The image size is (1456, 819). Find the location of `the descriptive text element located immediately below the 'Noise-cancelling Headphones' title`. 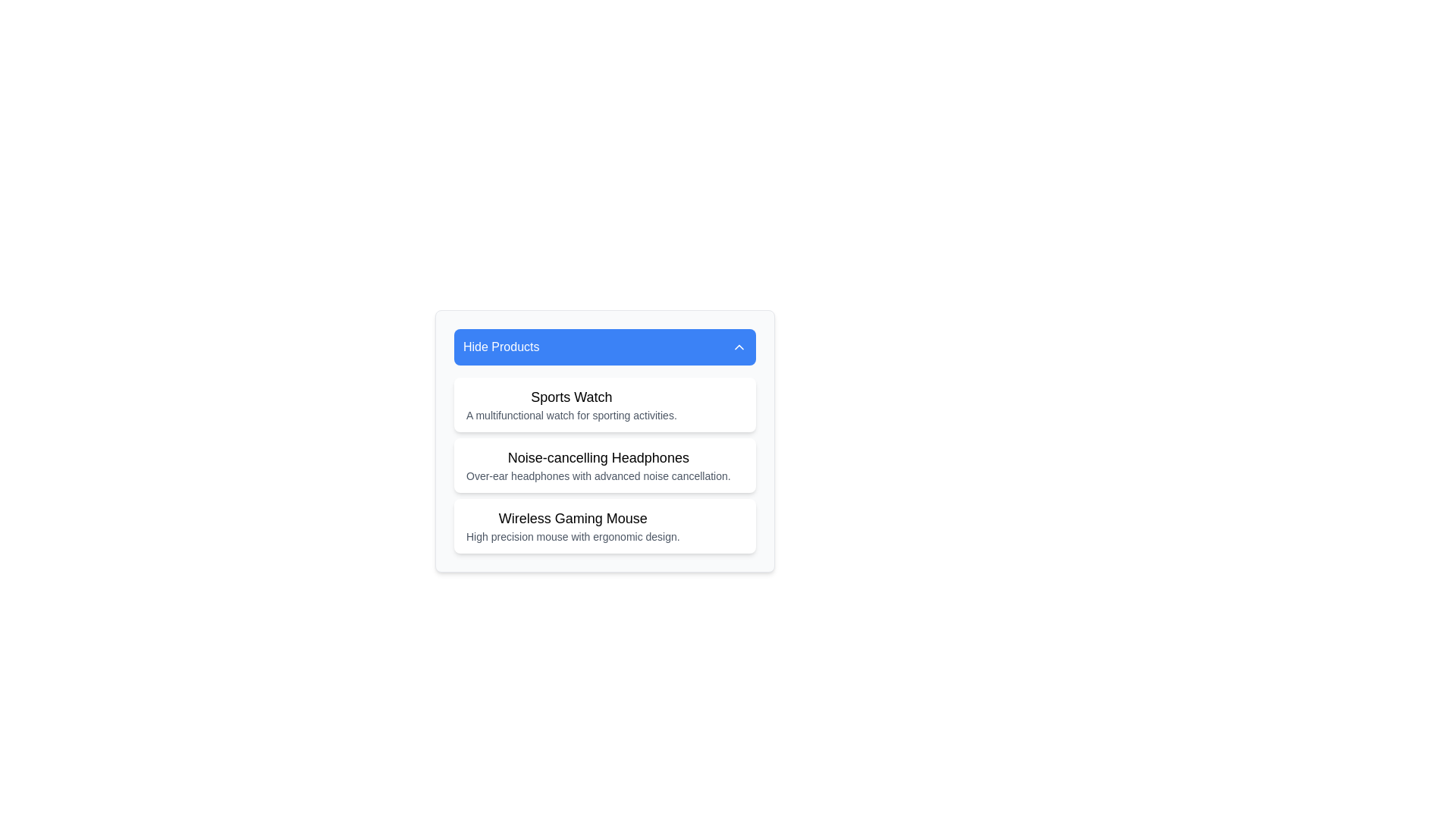

the descriptive text element located immediately below the 'Noise-cancelling Headphones' title is located at coordinates (598, 475).